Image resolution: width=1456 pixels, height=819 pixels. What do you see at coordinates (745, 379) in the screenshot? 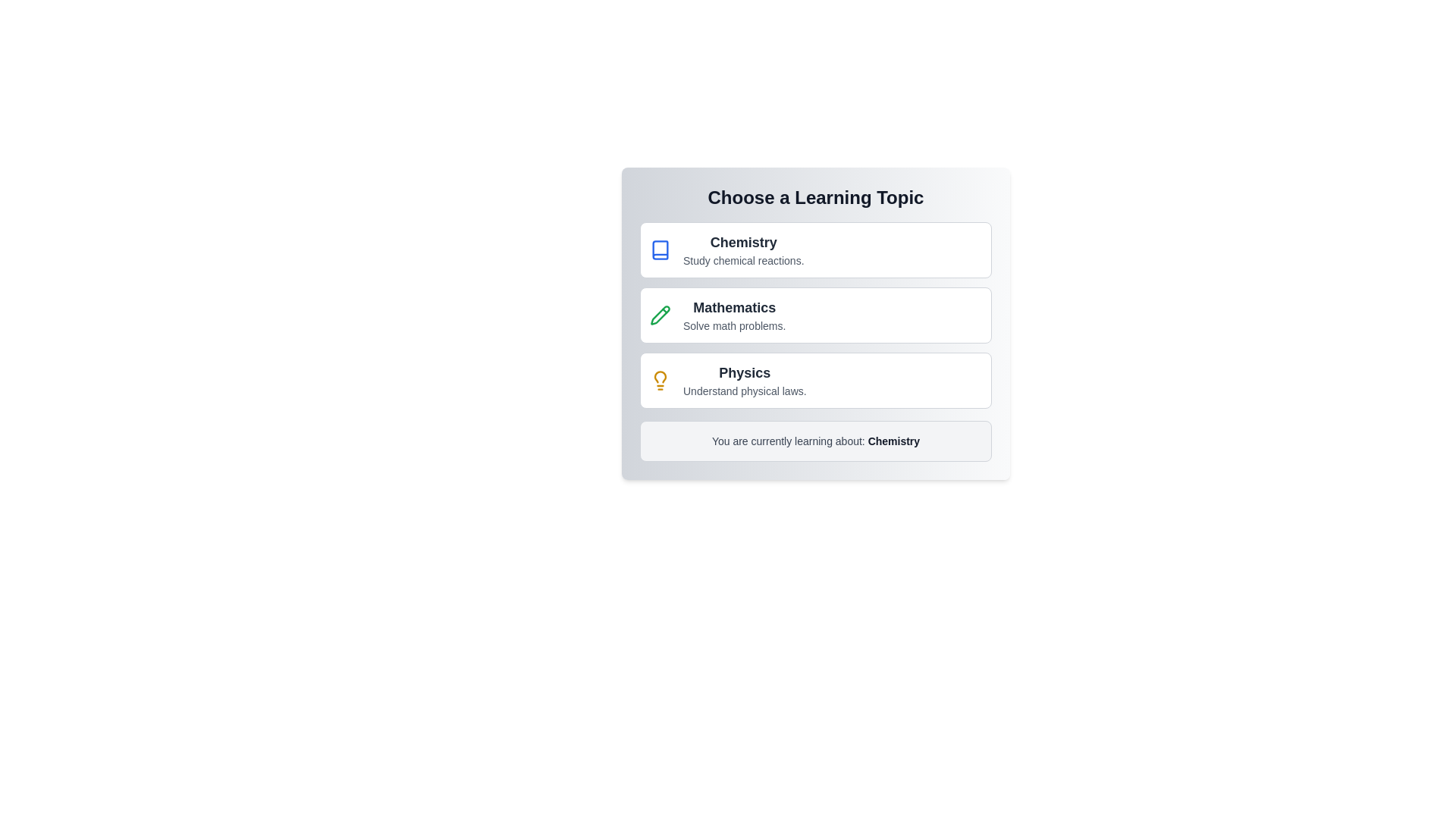
I see `the label displaying the title 'Physics' and the description 'Understand physical laws.' which is part of the third card in a vertical list of four cards` at bounding box center [745, 379].